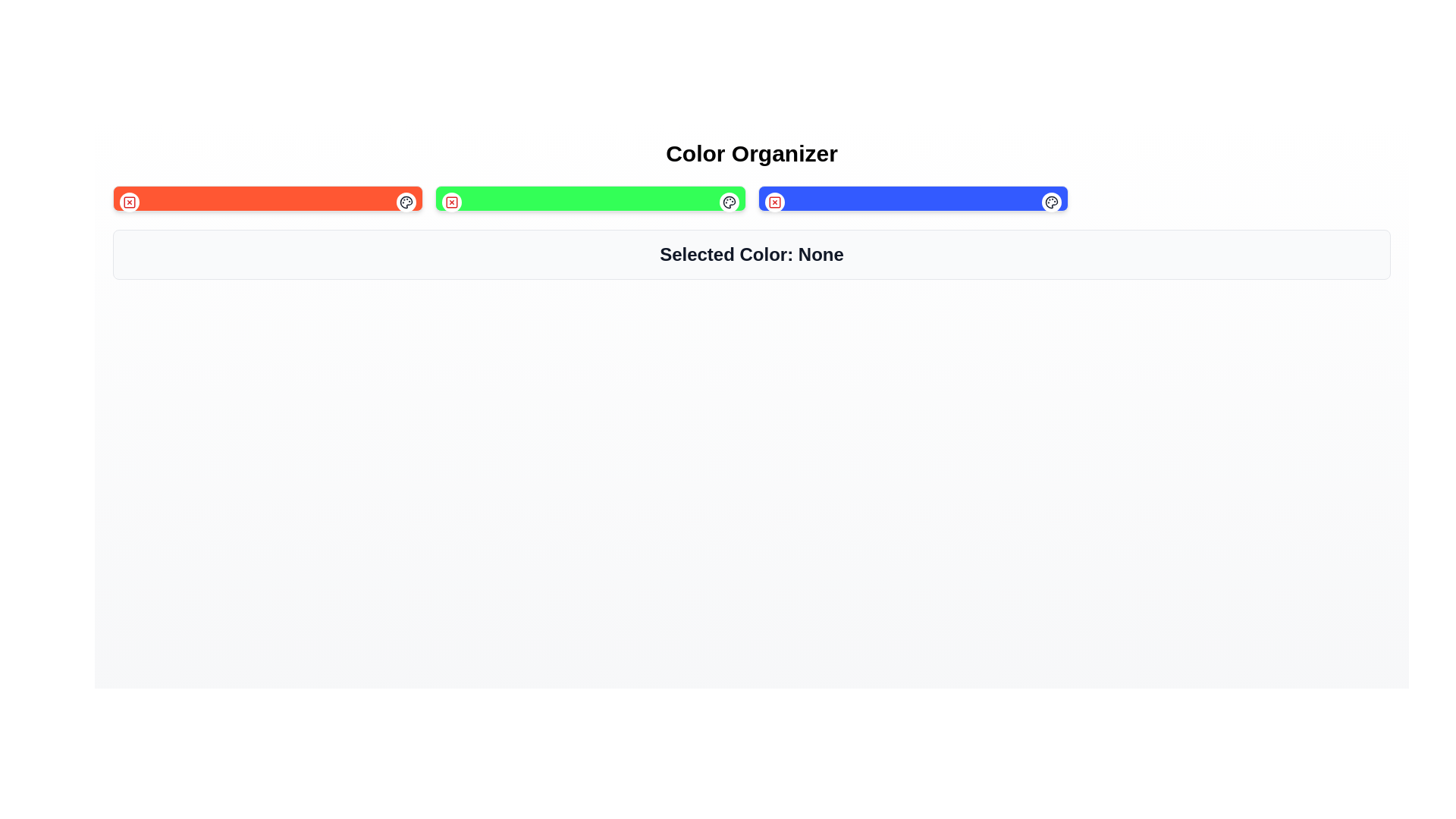 The width and height of the screenshot is (1456, 819). Describe the element at coordinates (451, 201) in the screenshot. I see `the small, rounded button with a white background, featuring a red-bordered square and a red cross inside, located at the top-left corner of the green bar to activate hover effects` at that location.